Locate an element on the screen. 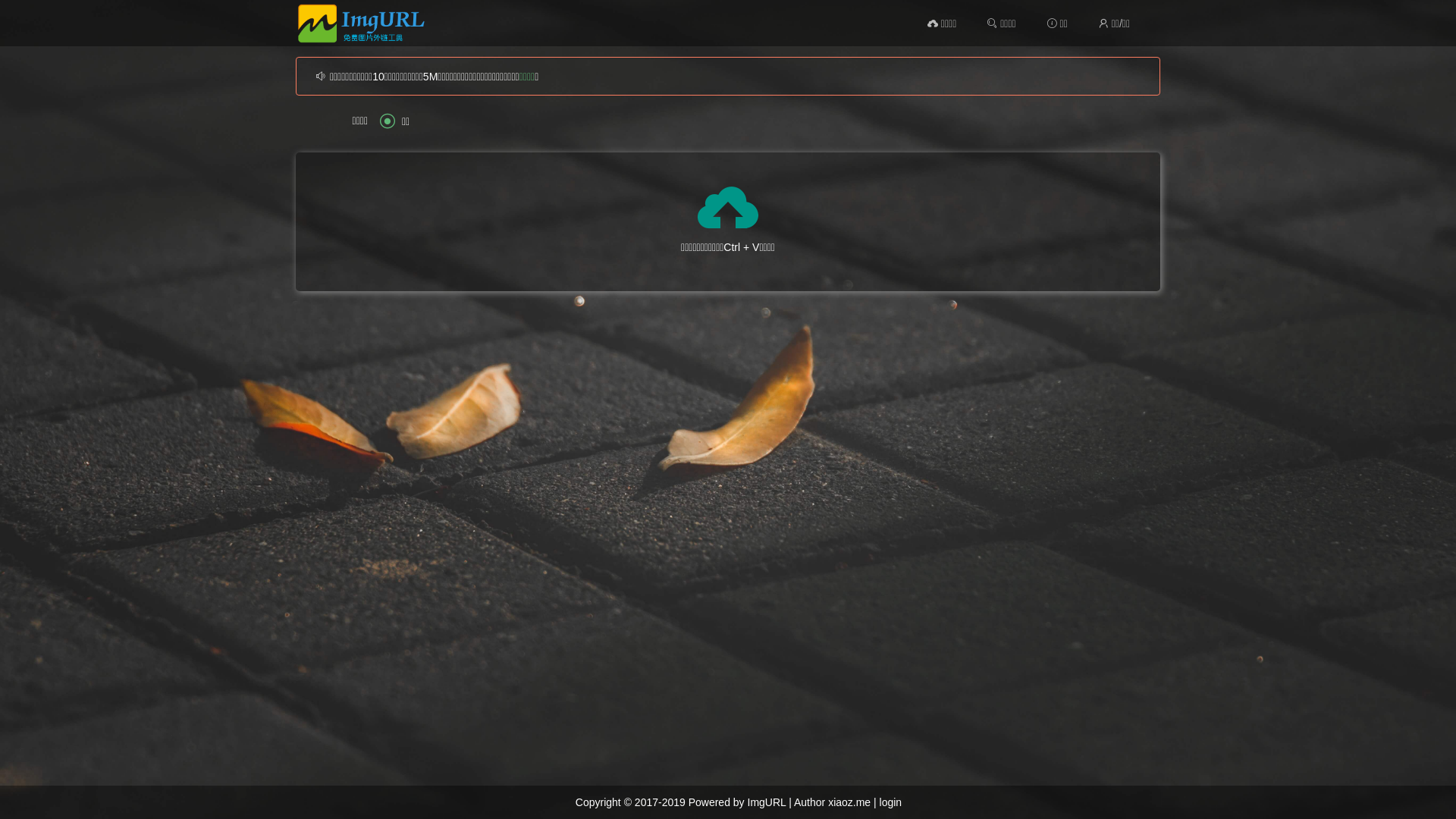 The width and height of the screenshot is (1456, 819). 'ImgURL' is located at coordinates (767, 801).